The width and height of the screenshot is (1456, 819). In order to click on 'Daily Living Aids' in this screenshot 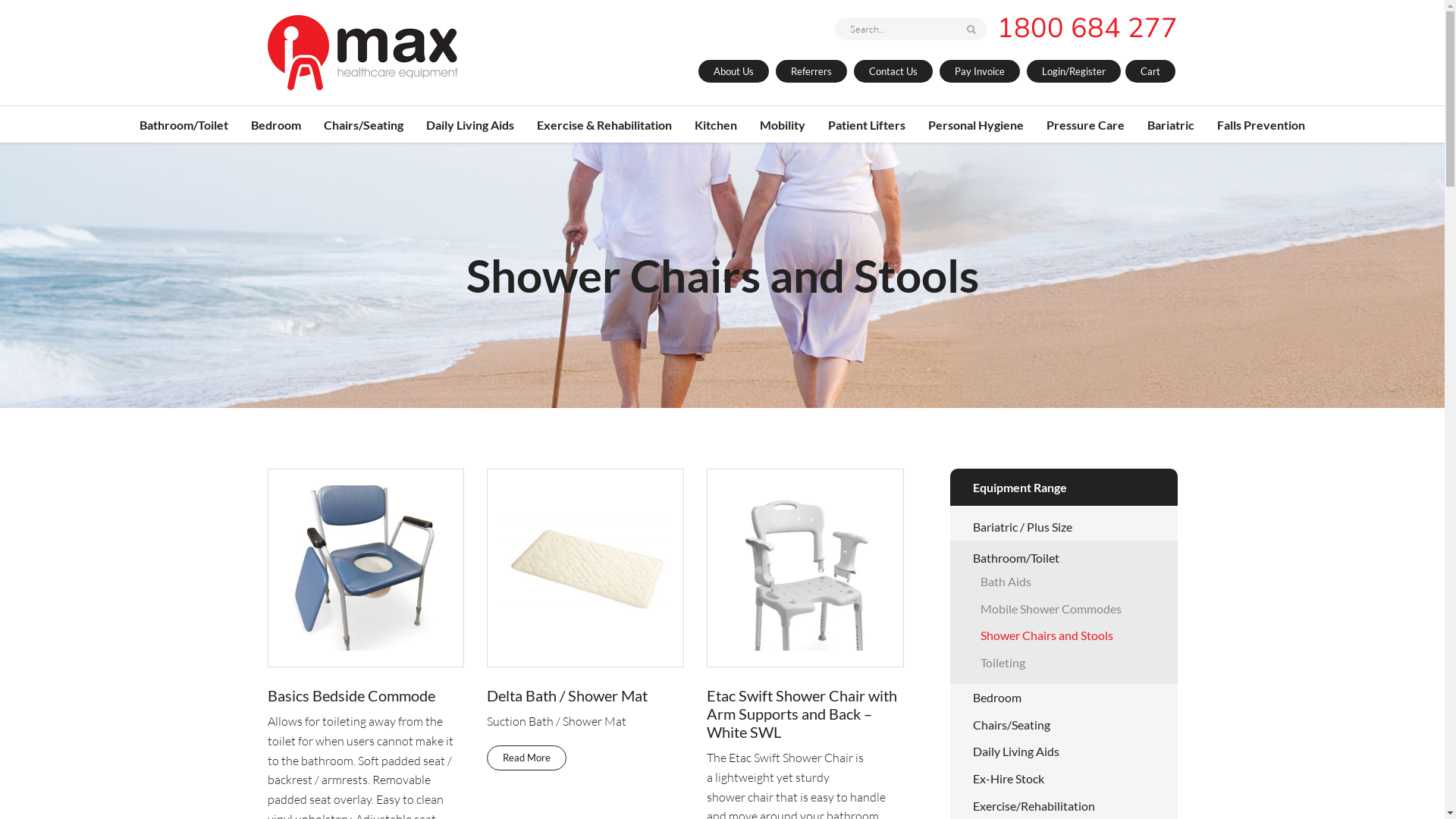, I will do `click(971, 751)`.